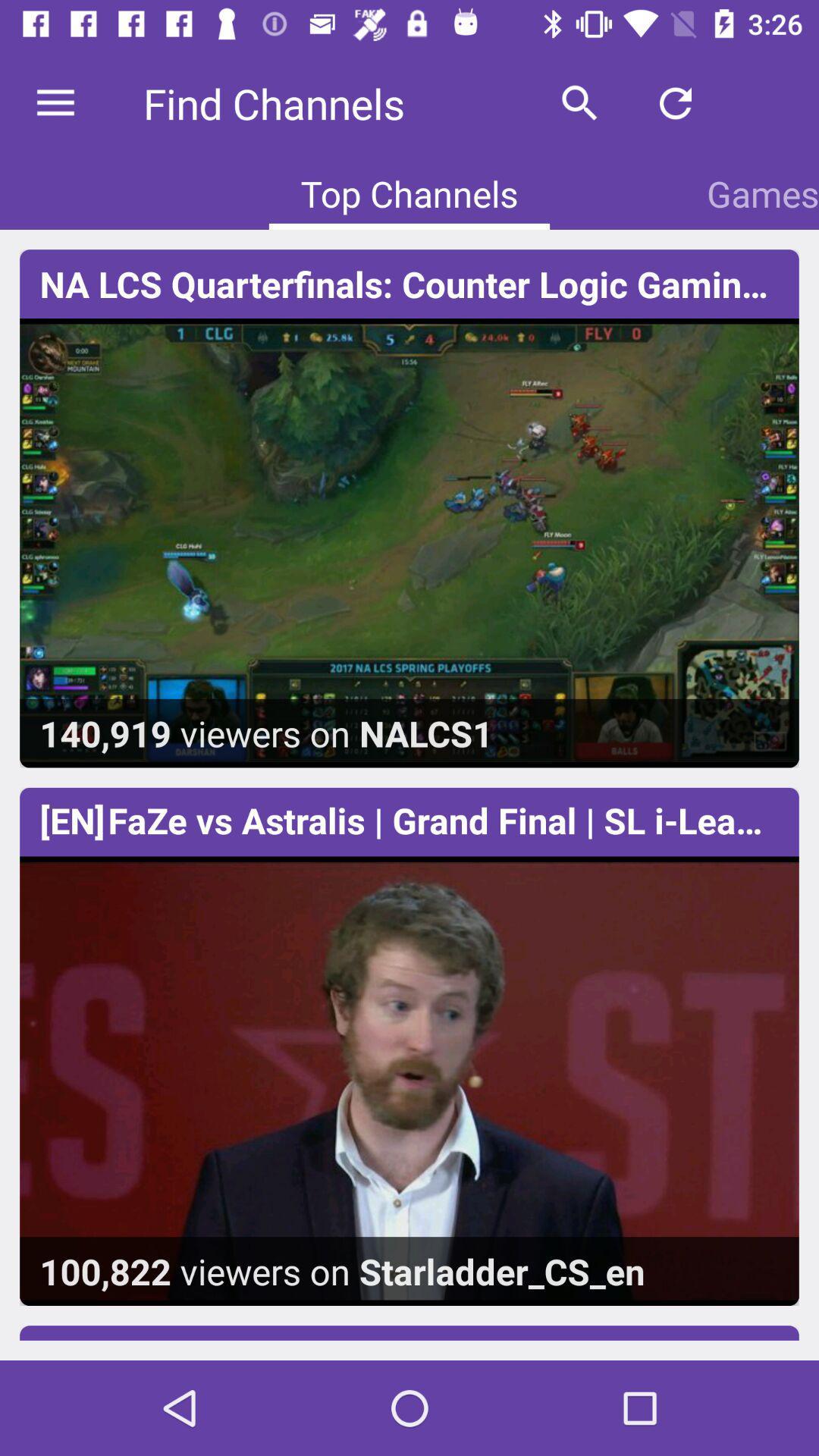 This screenshot has width=819, height=1456. What do you see at coordinates (763, 193) in the screenshot?
I see `option next to top channels` at bounding box center [763, 193].